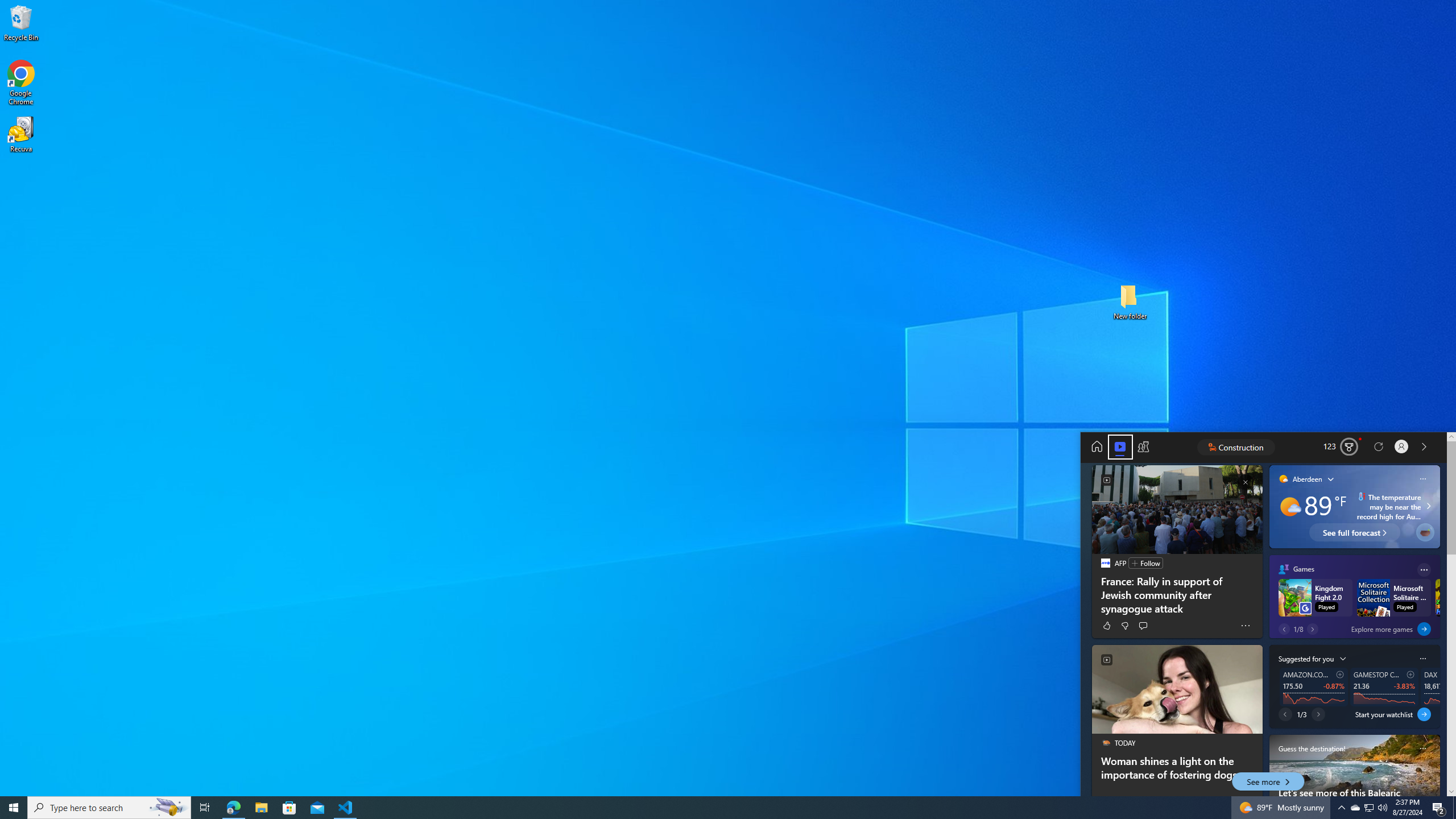  What do you see at coordinates (1355, 806) in the screenshot?
I see `'Q2790: 100%'` at bounding box center [1355, 806].